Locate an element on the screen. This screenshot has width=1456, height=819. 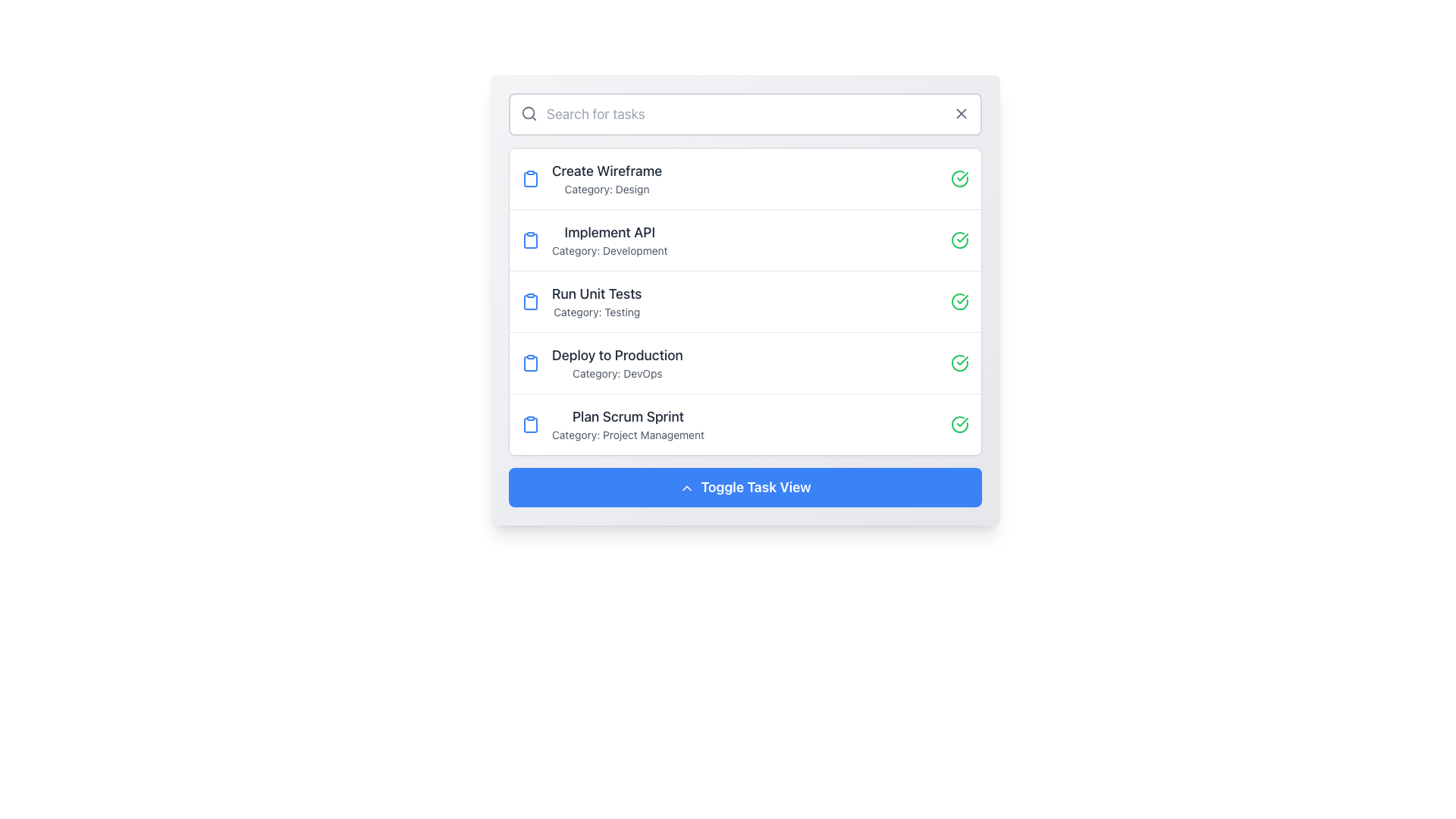
text displayed in the third task item of the task list panel, which is positioned between 'Implement API' and 'Deploy to Production' is located at coordinates (596, 301).